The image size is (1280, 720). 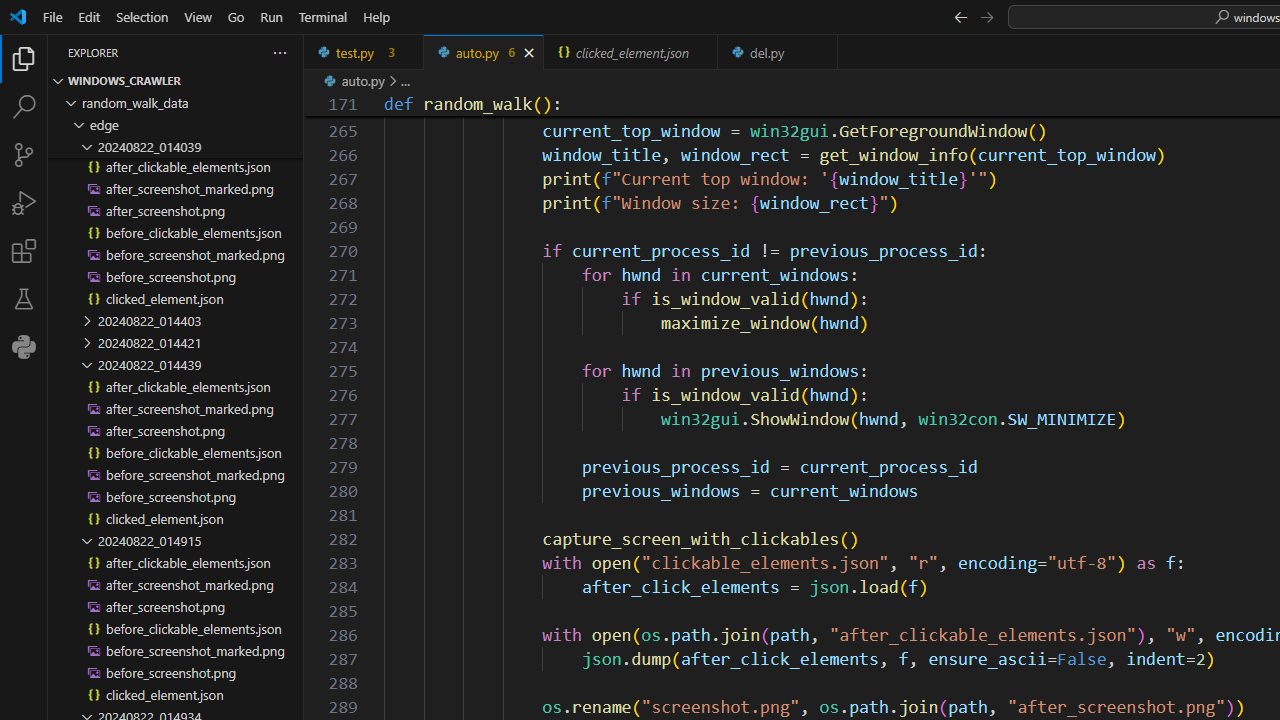 I want to click on 'test.py', so click(x=364, y=51).